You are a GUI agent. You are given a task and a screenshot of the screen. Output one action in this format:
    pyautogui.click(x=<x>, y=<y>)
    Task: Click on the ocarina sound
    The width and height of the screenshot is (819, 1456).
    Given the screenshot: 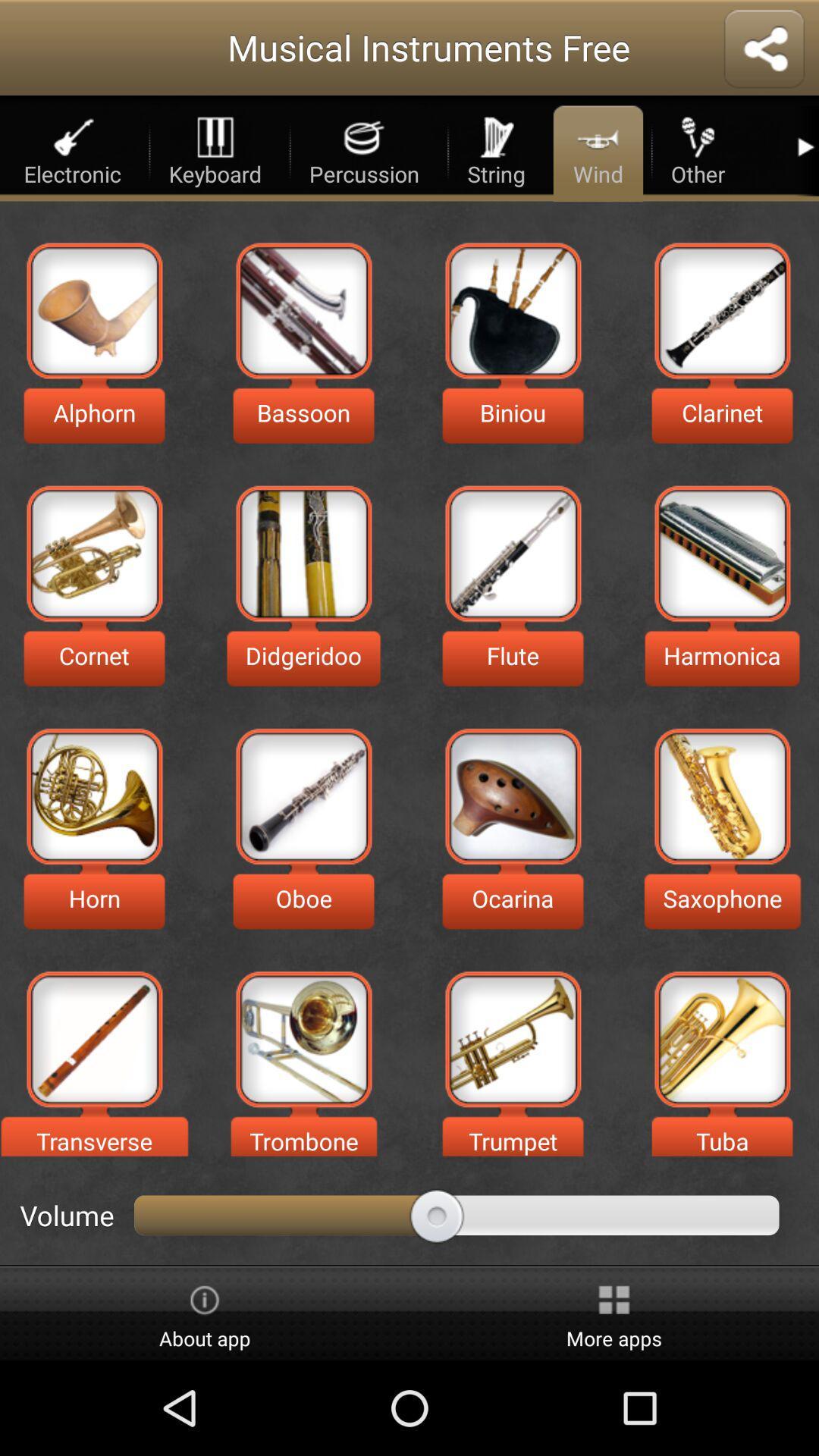 What is the action you would take?
    pyautogui.click(x=512, y=795)
    